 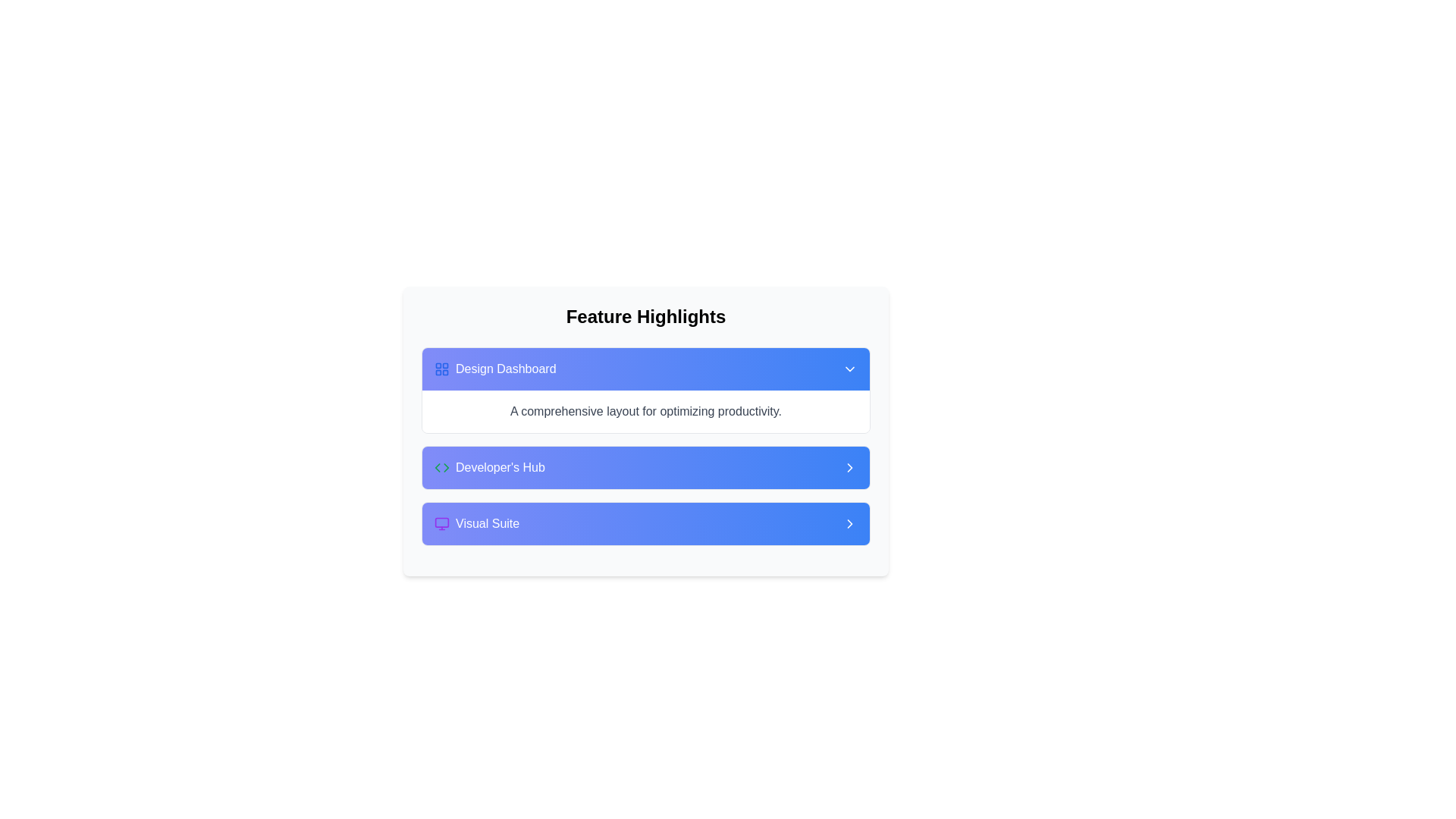 I want to click on the 'Visual Suite' icon, which is positioned to the left of the 'Visual Suite' label and is vertically centered within its row, so click(x=441, y=522).